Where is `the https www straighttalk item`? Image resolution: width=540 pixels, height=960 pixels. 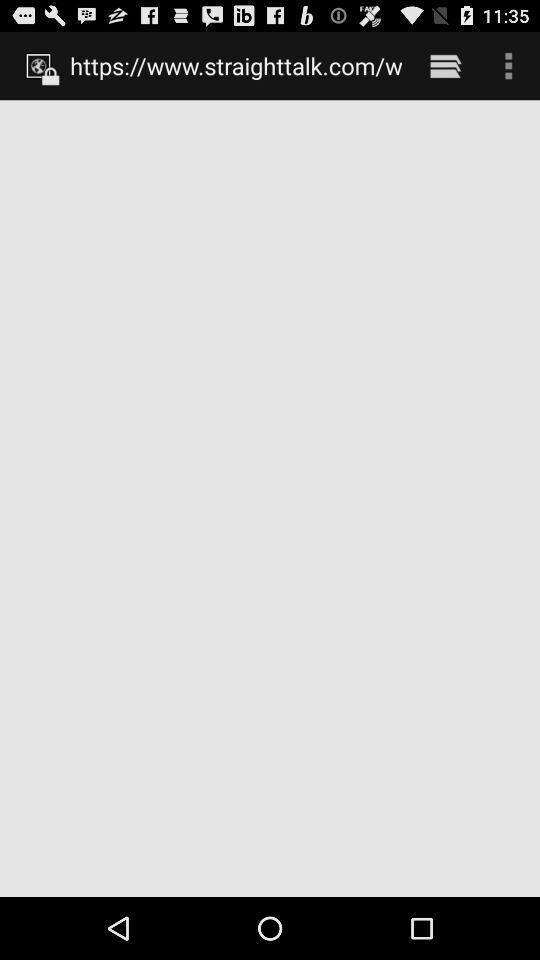
the https www straighttalk item is located at coordinates (235, 65).